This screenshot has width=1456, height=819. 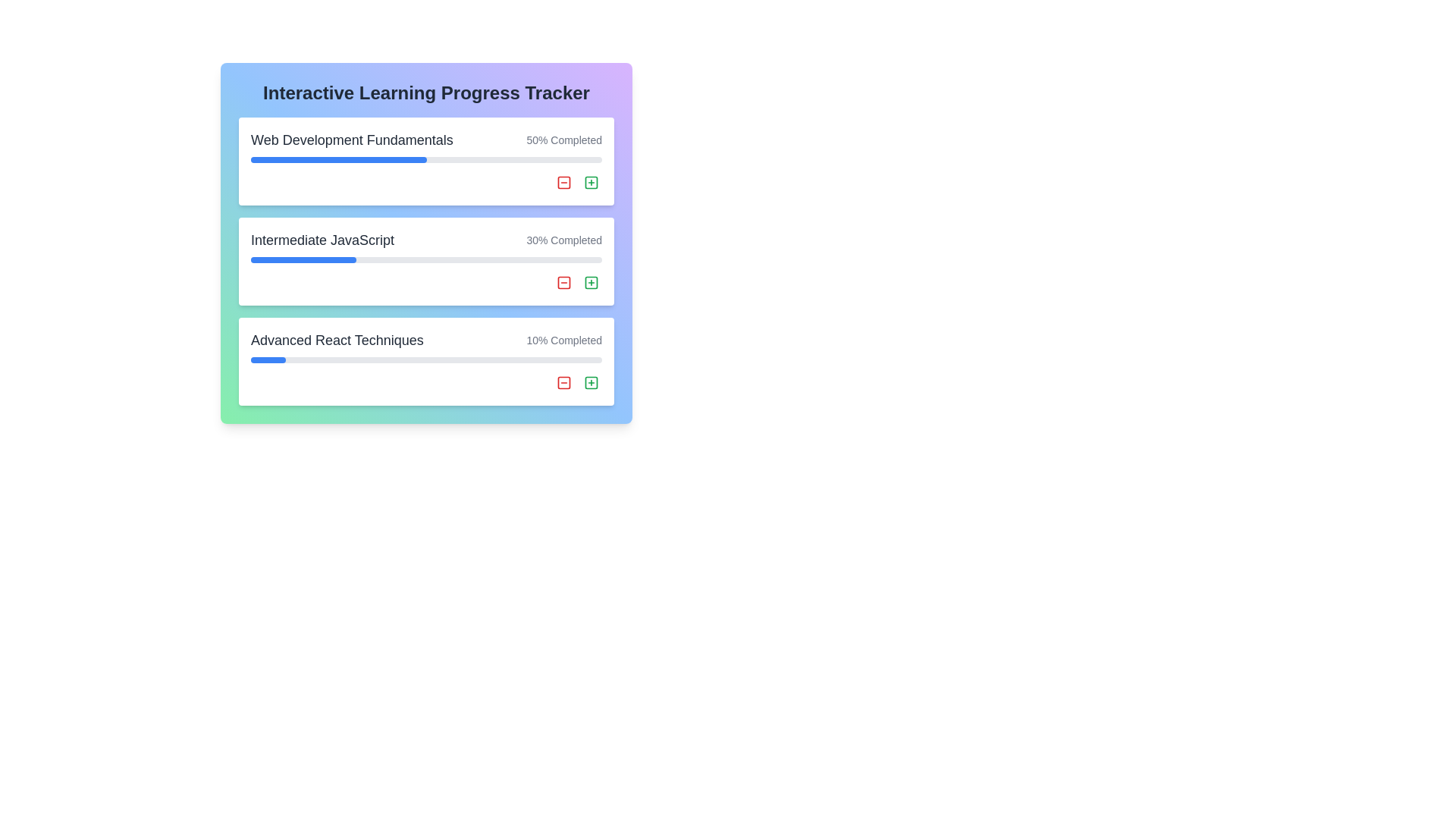 I want to click on the green '+' button located at the end of the second progress bar (Intermediate JavaScript), so click(x=590, y=283).